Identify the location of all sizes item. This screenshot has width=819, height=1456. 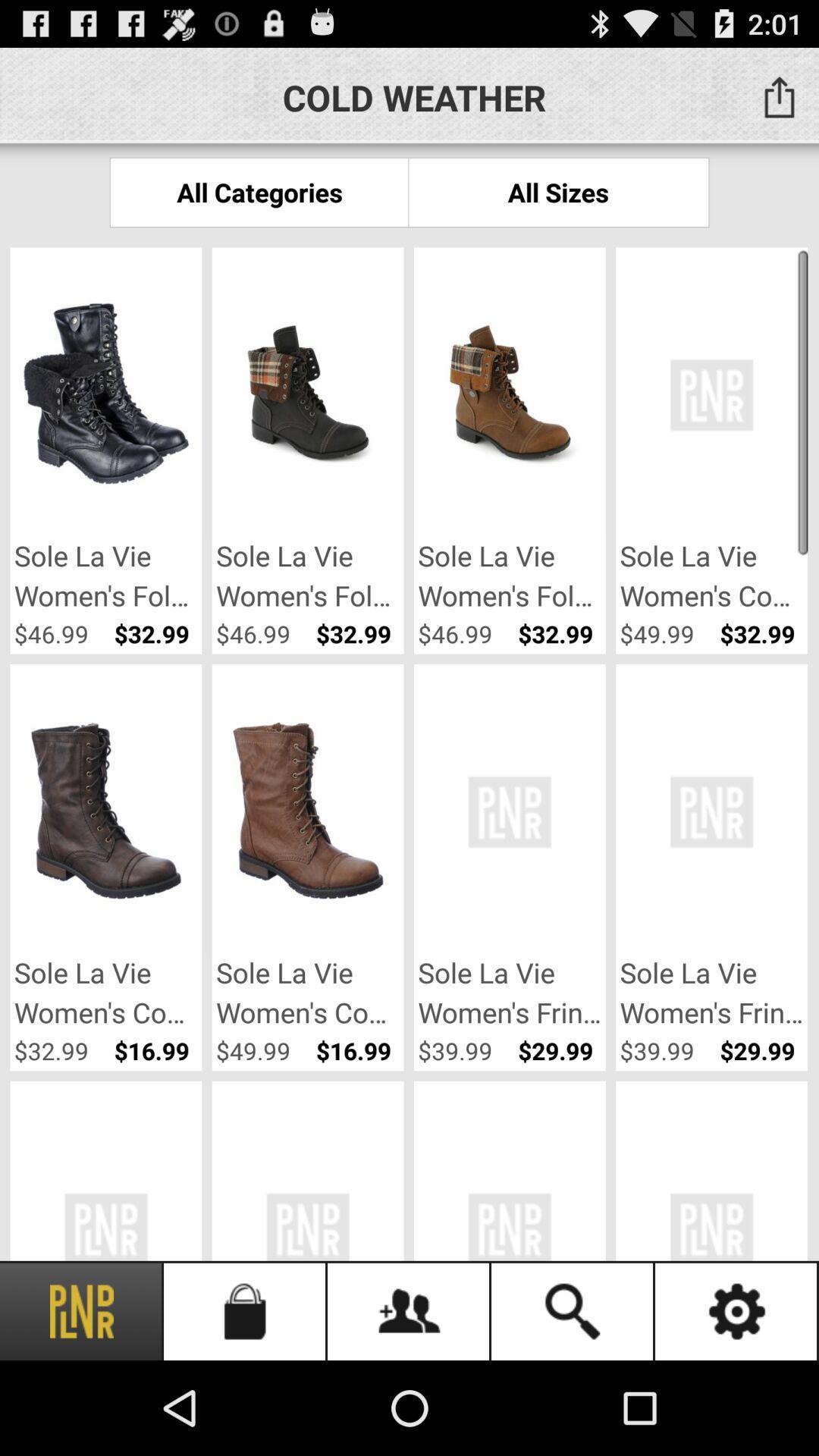
(558, 191).